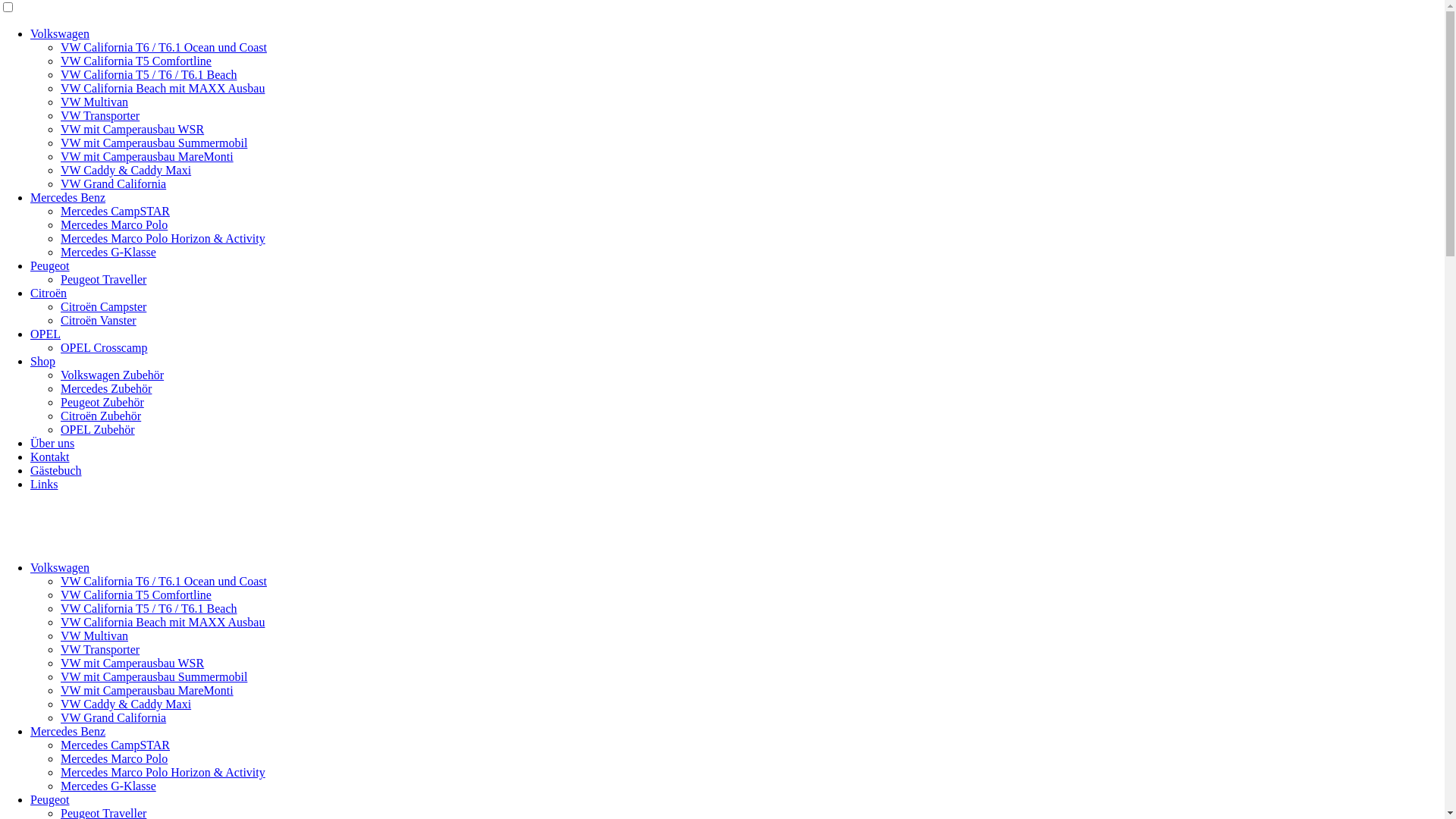 The height and width of the screenshot is (819, 1456). I want to click on 'Mercedes G-Klasse', so click(61, 785).